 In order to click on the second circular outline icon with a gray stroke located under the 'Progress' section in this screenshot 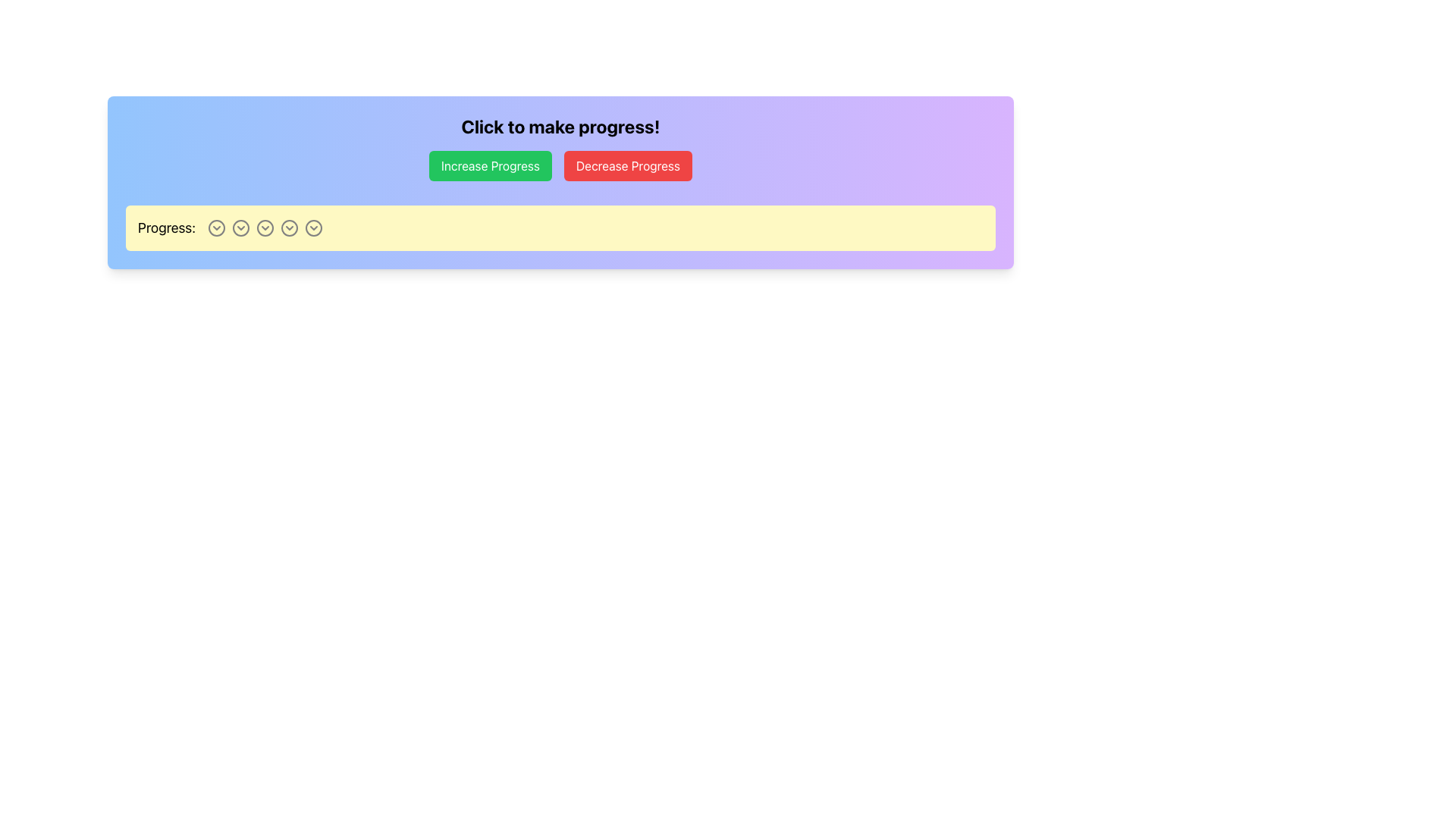, I will do `click(240, 227)`.